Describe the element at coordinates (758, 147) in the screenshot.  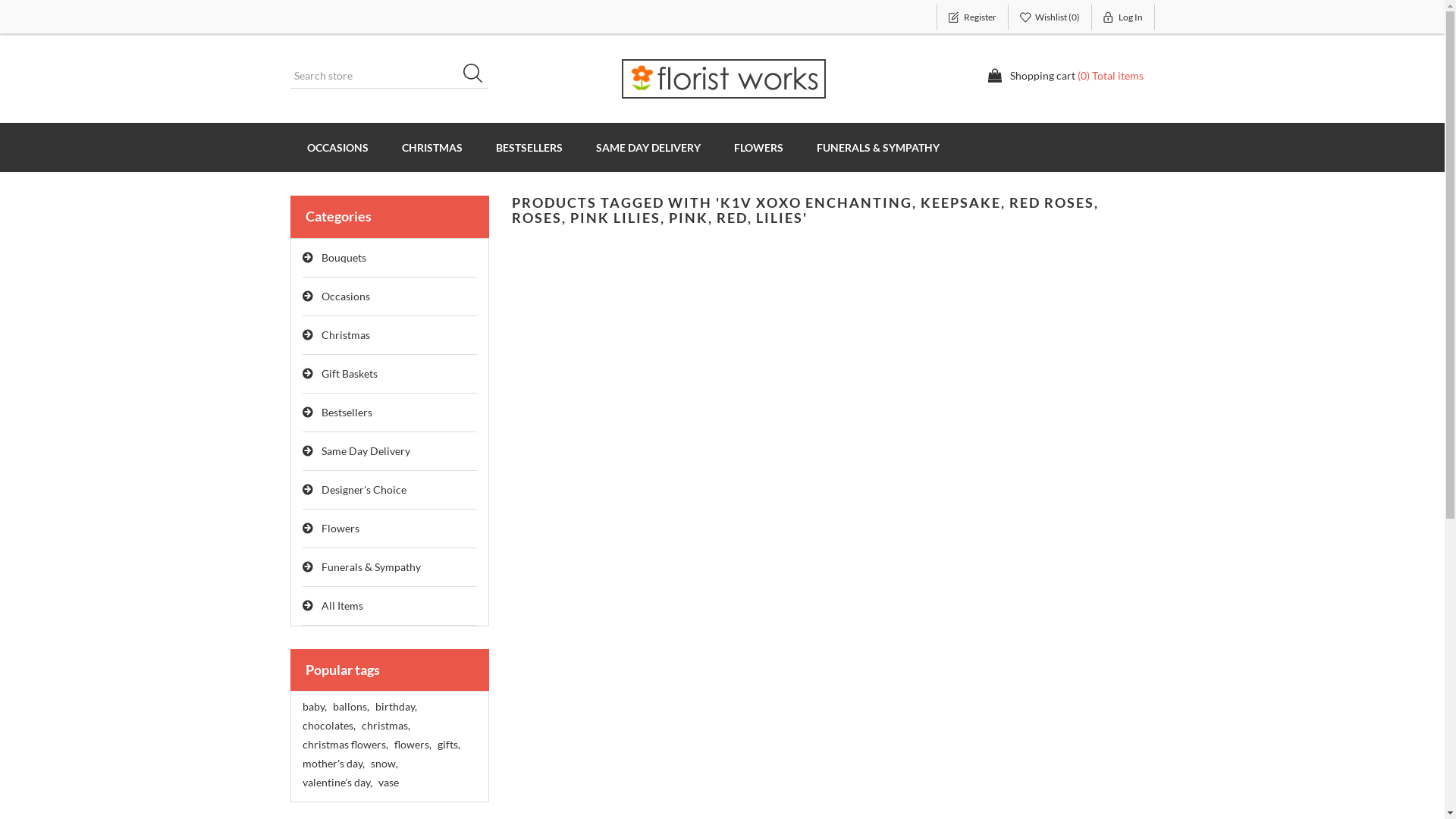
I see `'FLOWERS'` at that location.